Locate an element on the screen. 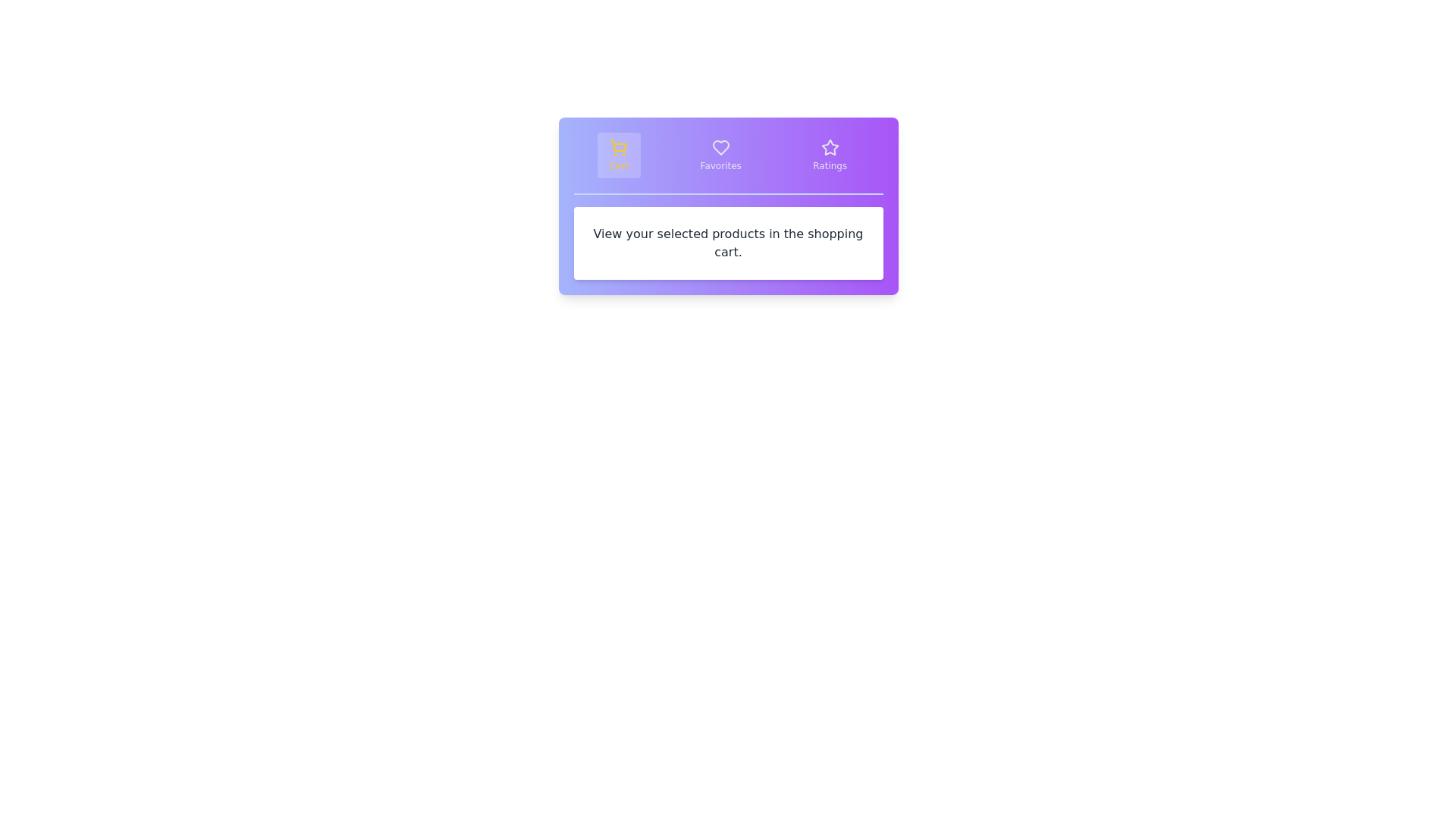 The image size is (1456, 819). the Favorites icon in the top menu to access associated menu options is located at coordinates (720, 148).